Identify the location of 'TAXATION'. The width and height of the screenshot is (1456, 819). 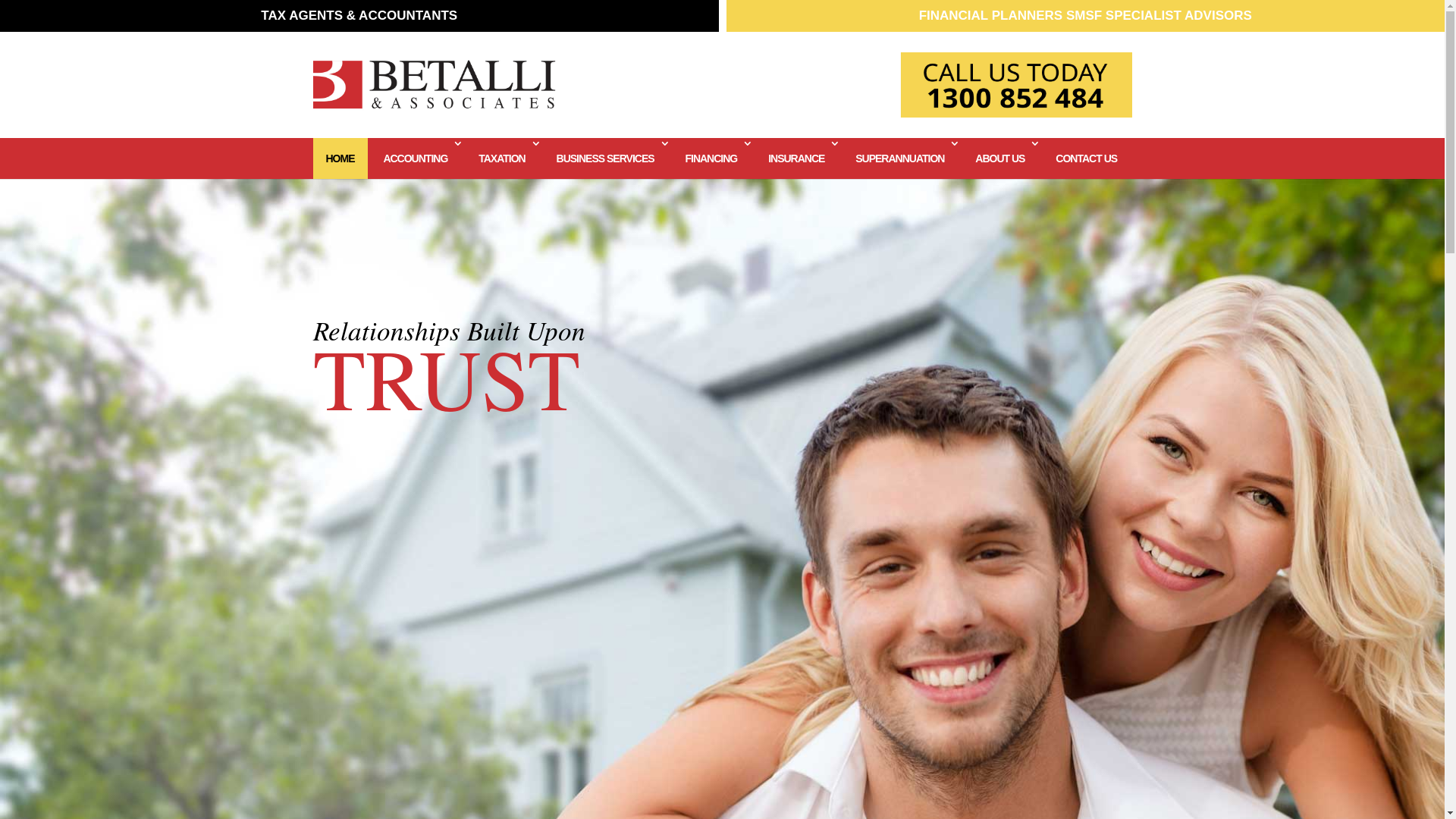
(465, 158).